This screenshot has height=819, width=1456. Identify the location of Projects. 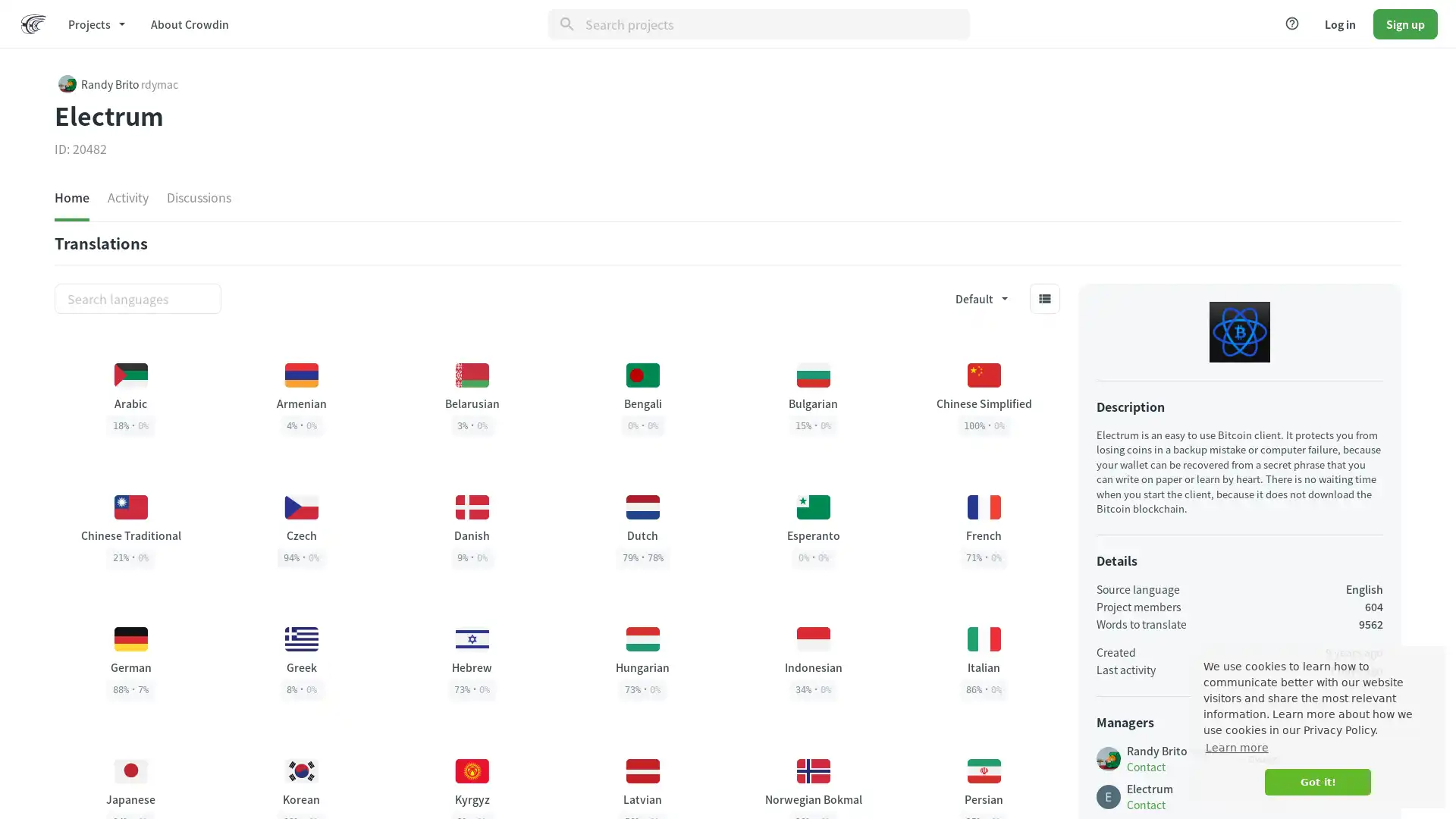
(95, 23).